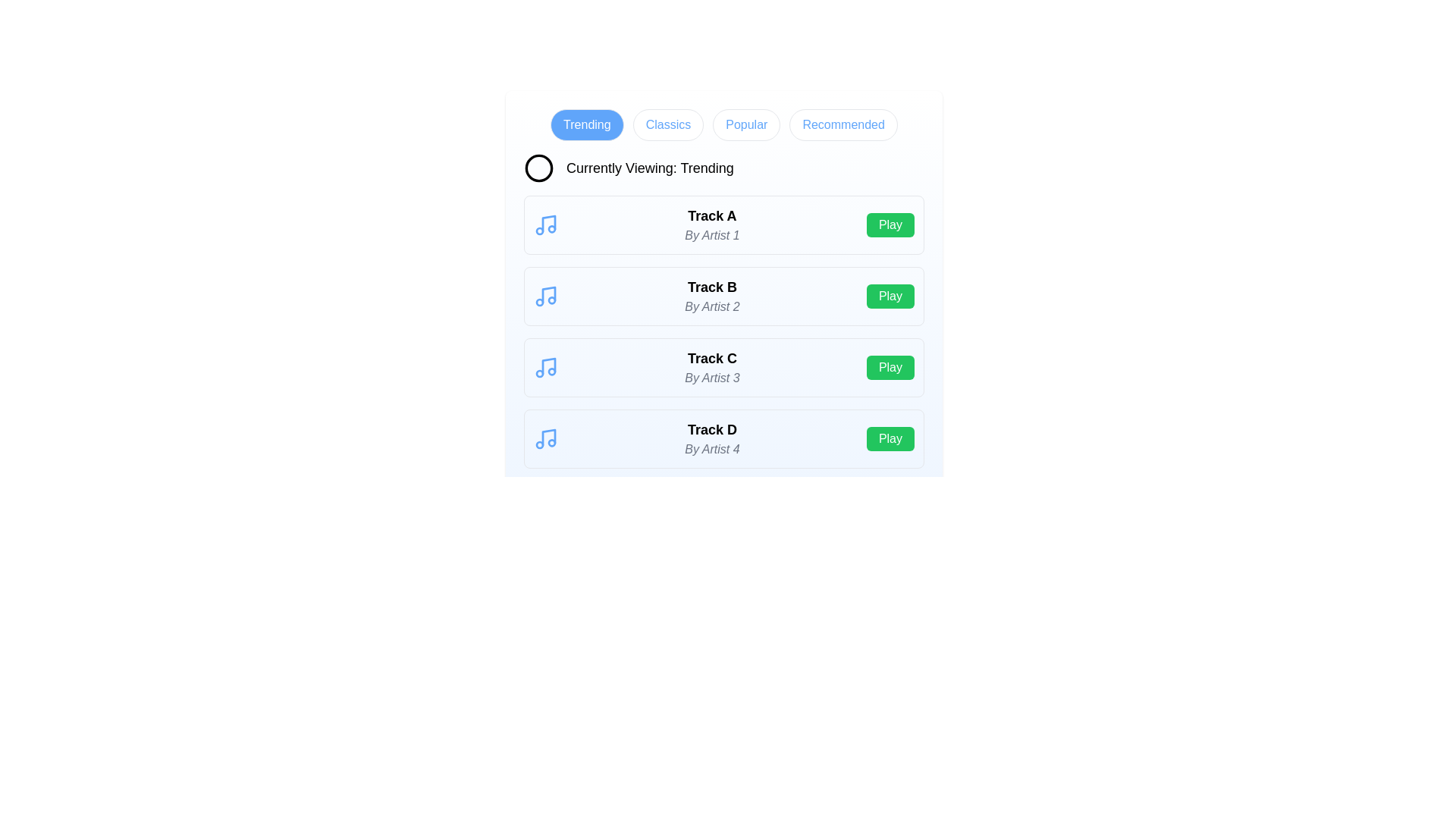  What do you see at coordinates (890, 438) in the screenshot?
I see `the 'Play' button for the track named Track D` at bounding box center [890, 438].